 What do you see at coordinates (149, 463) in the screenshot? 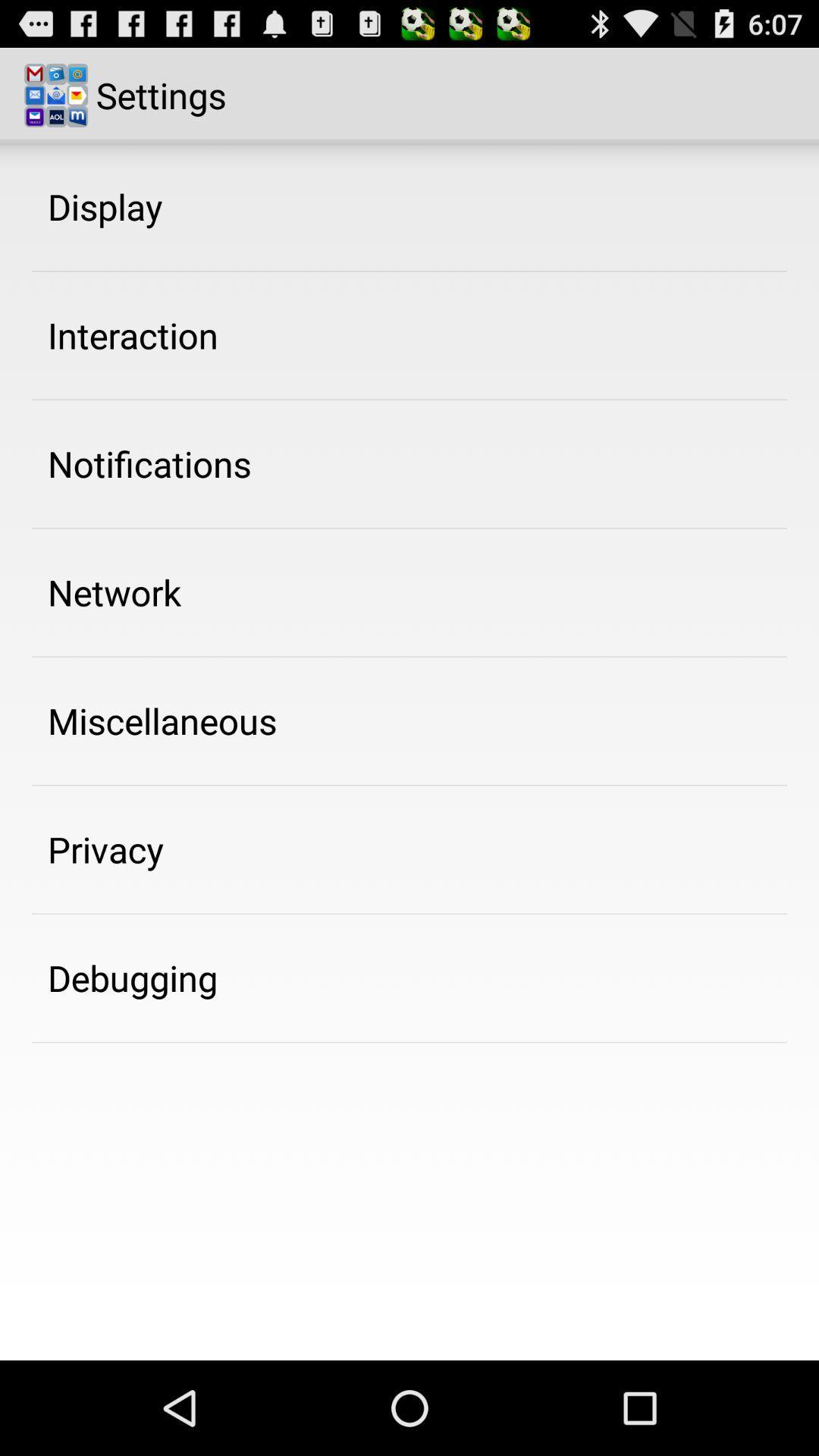
I see `the icon below interaction` at bounding box center [149, 463].